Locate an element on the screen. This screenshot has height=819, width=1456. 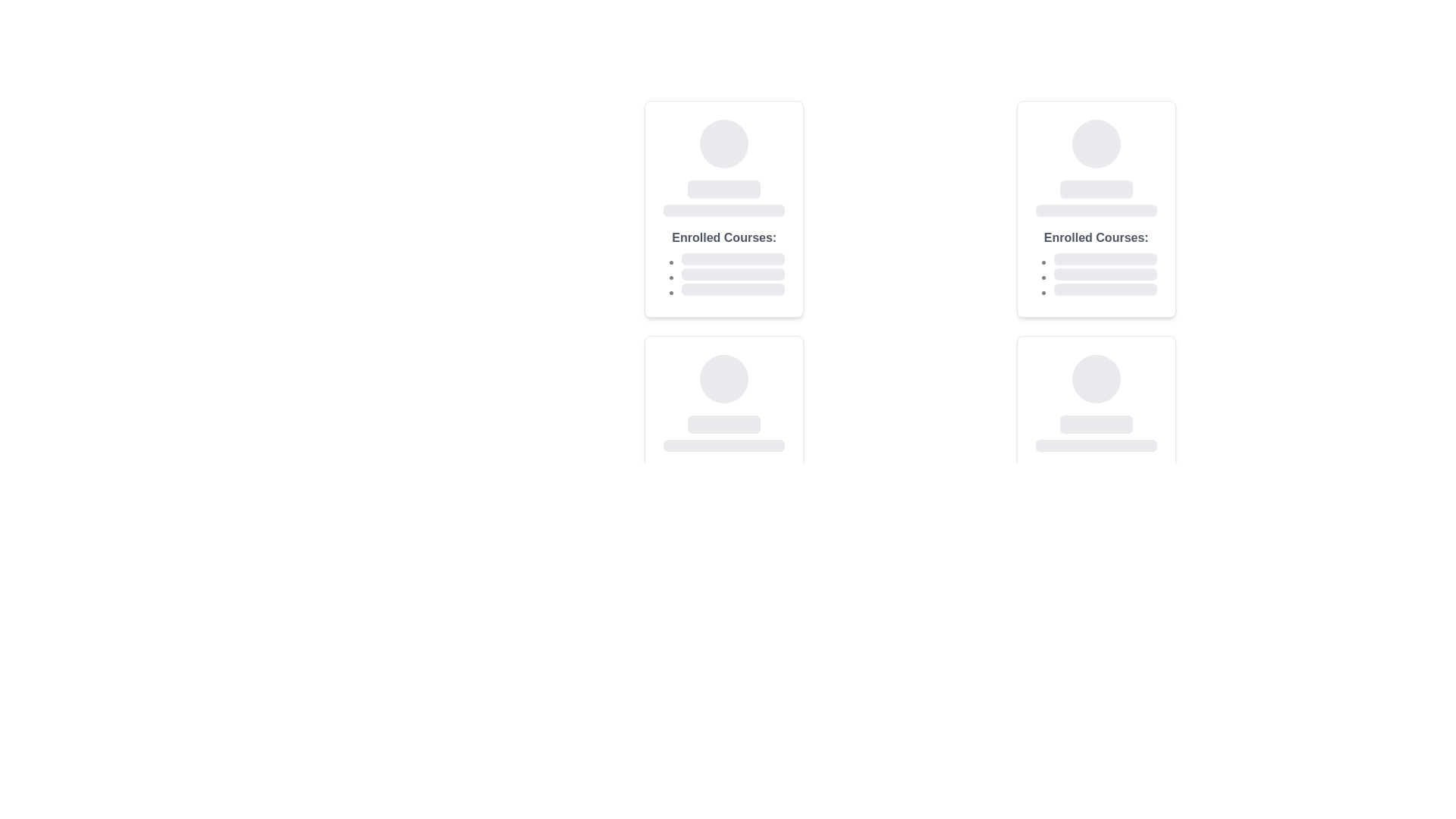
the content of the card titled 'Enrolled Courses:' which is located in the top-left position of the grid layout is located at coordinates (723, 209).